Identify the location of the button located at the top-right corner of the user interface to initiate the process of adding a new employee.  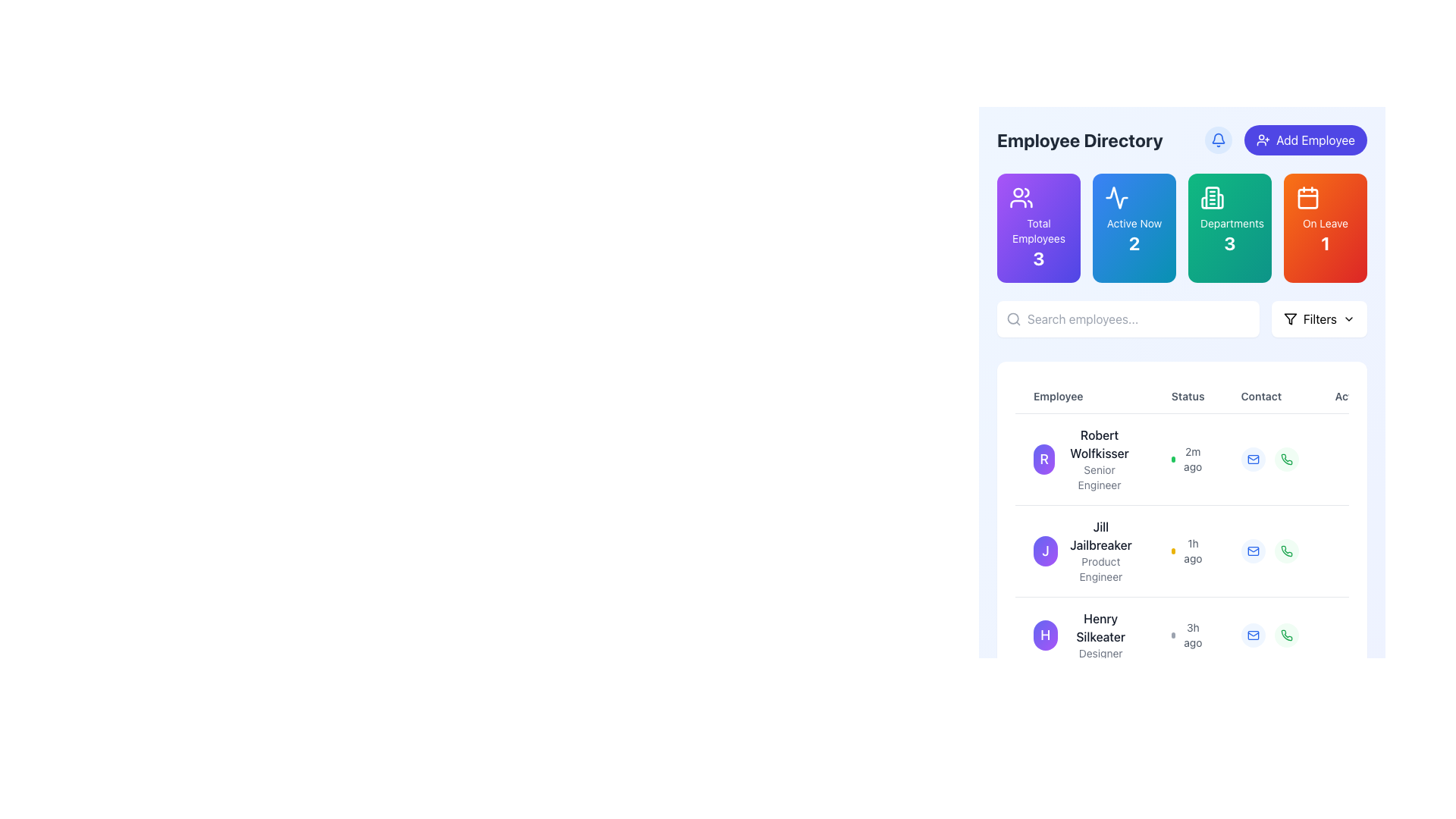
(1305, 140).